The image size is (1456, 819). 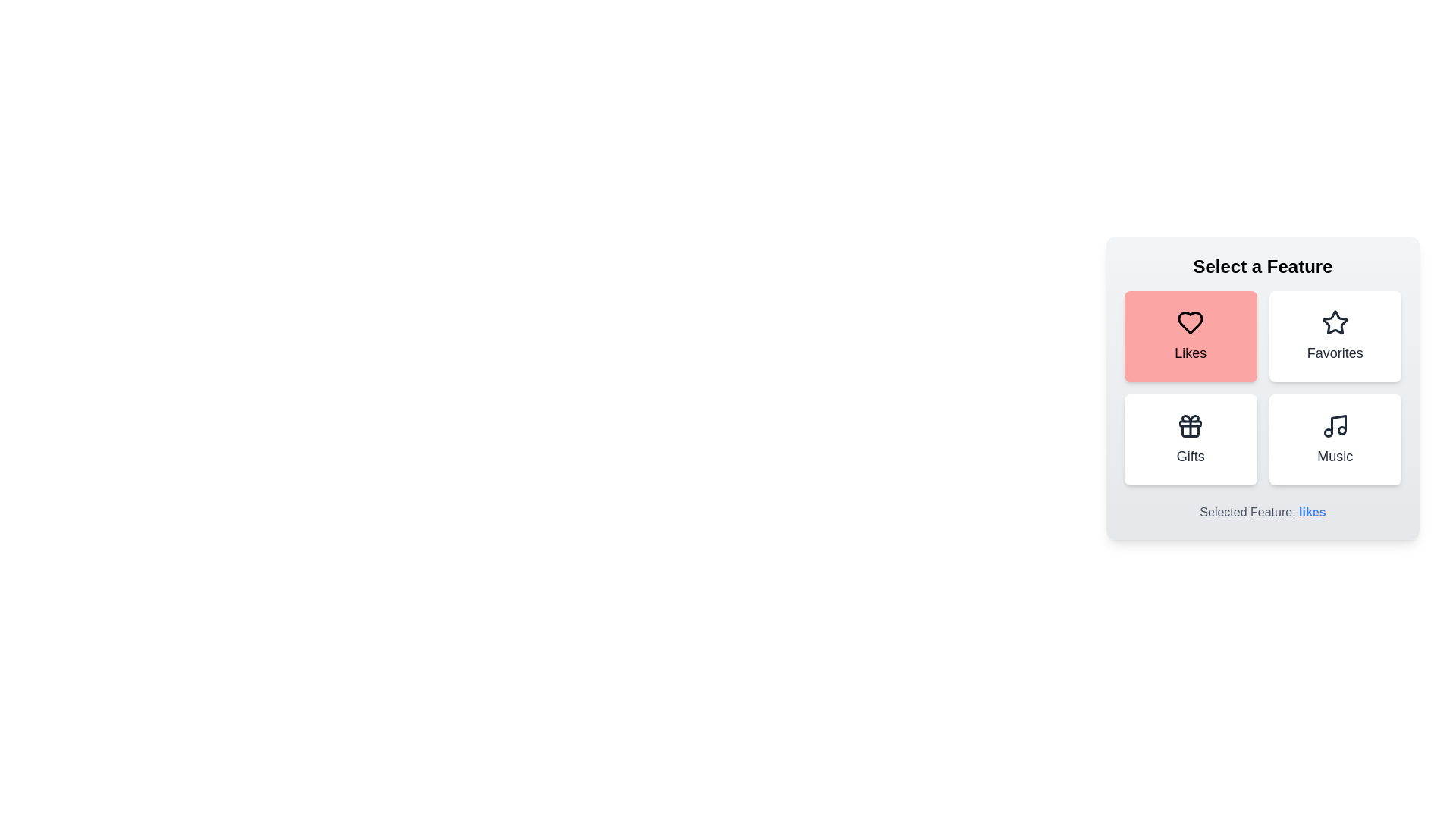 I want to click on the Favorites button to trigger its additional interaction, so click(x=1335, y=335).